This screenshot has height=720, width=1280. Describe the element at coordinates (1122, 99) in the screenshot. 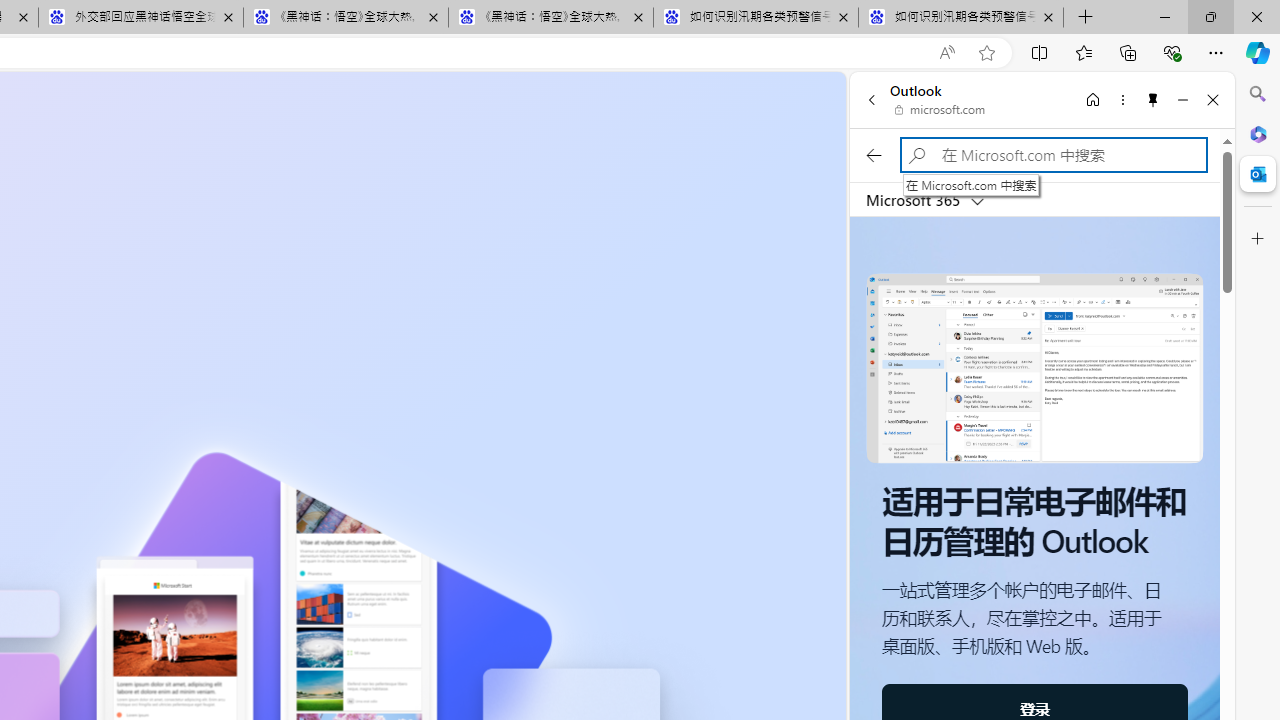

I see `'More options'` at that location.